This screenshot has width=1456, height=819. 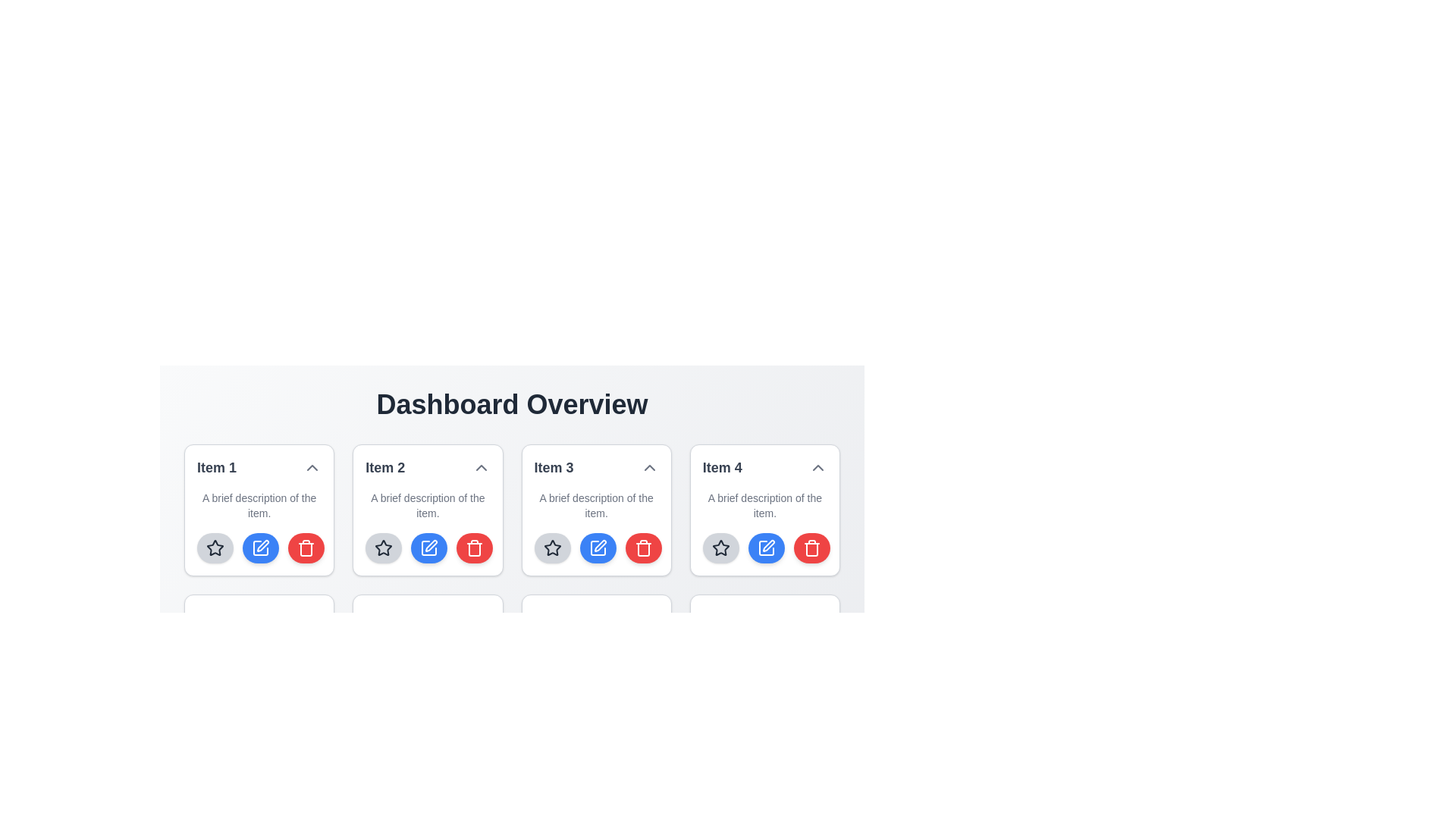 What do you see at coordinates (259, 506) in the screenshot?
I see `text content of the static label positioned within the white, rounded rectangular box titled 'Item 1', located directly below the title and above interactive buttons` at bounding box center [259, 506].